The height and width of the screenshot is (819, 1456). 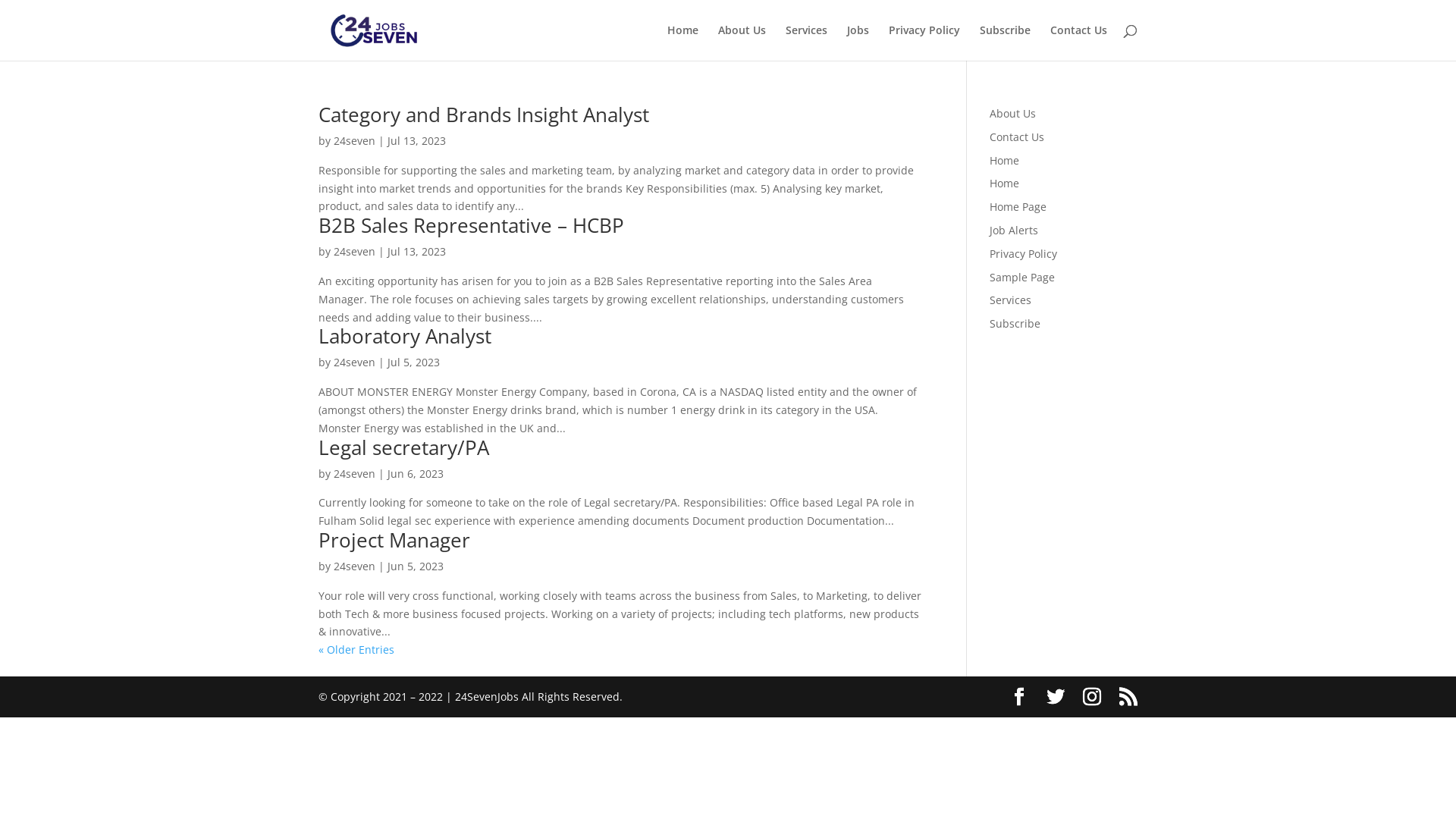 I want to click on 'Home', so click(x=1004, y=160).